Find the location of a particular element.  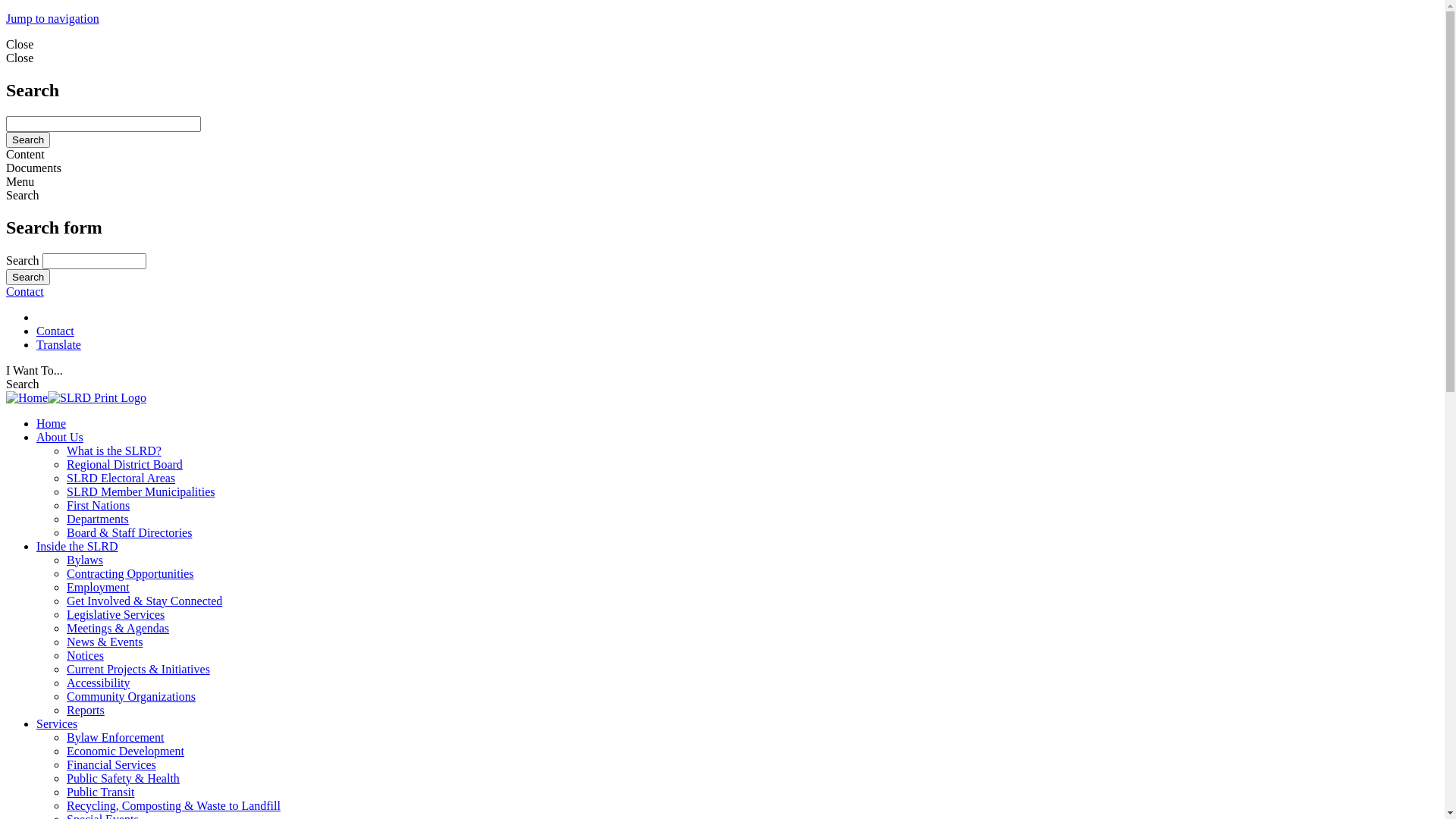

'Accessibility' is located at coordinates (97, 682).